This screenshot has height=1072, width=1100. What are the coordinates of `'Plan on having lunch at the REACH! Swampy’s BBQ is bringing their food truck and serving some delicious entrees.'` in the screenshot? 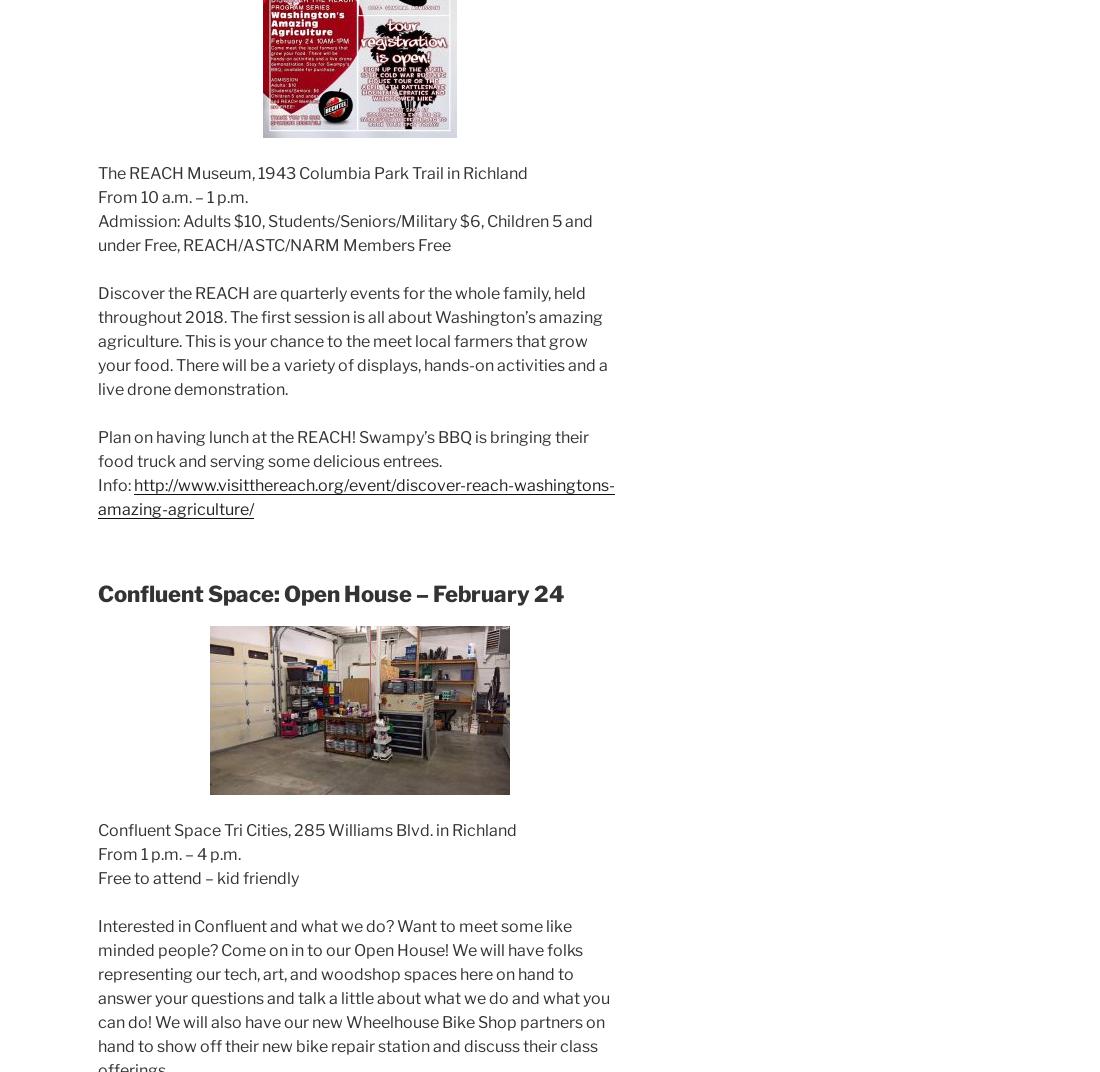 It's located at (342, 447).